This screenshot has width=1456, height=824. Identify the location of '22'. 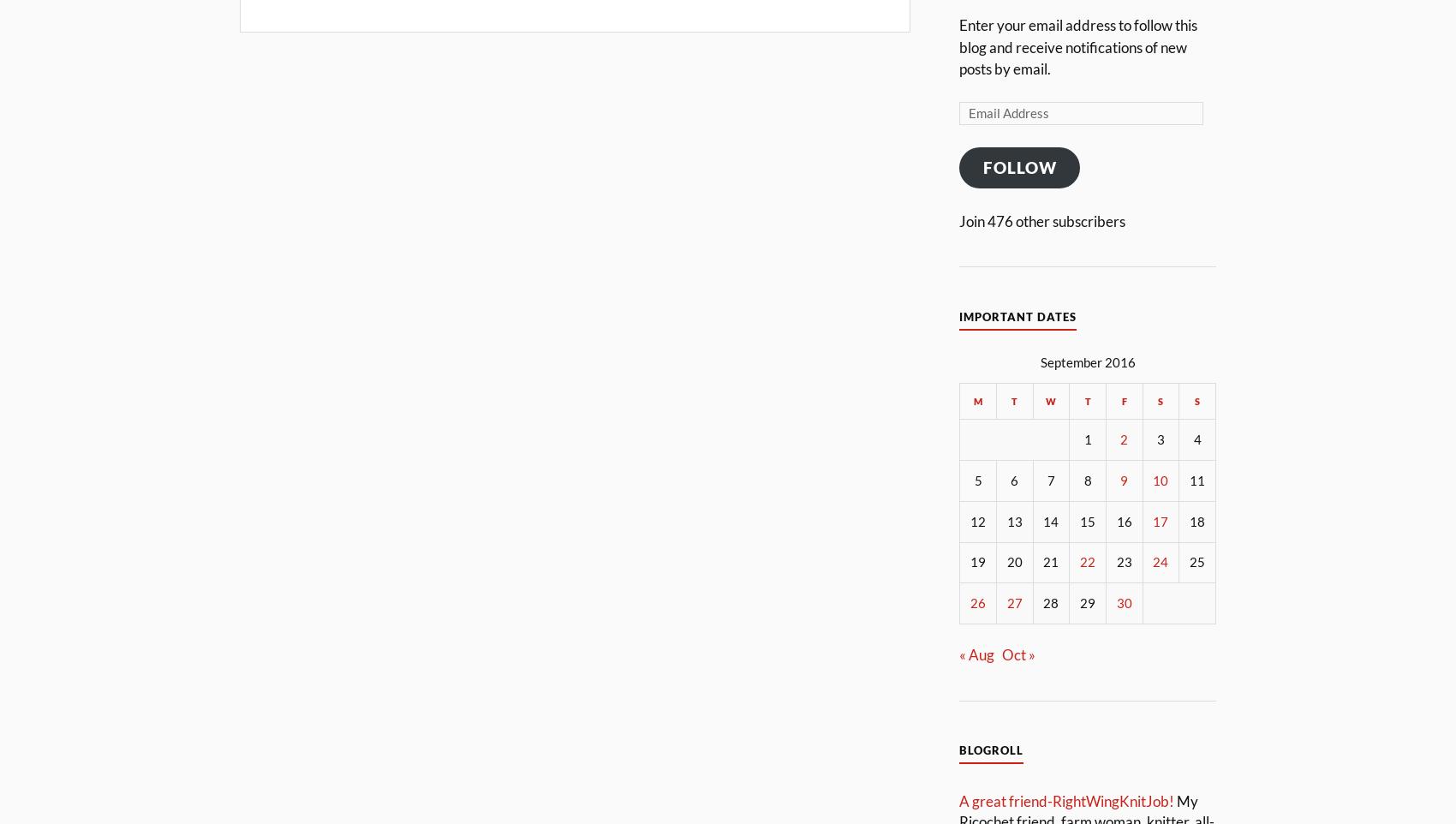
(1087, 561).